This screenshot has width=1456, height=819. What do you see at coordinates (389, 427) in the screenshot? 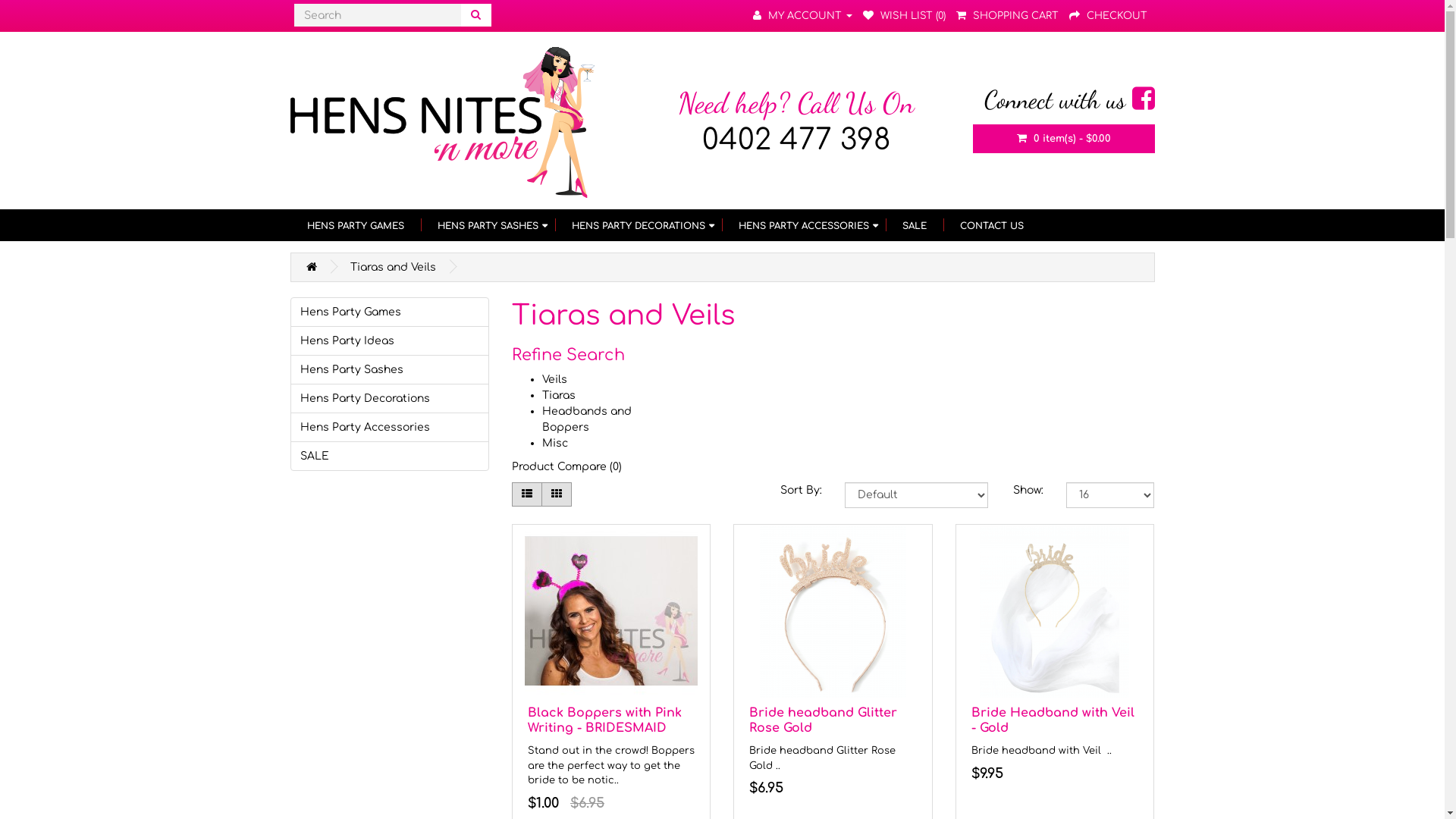
I see `'Hens Party Accessories'` at bounding box center [389, 427].